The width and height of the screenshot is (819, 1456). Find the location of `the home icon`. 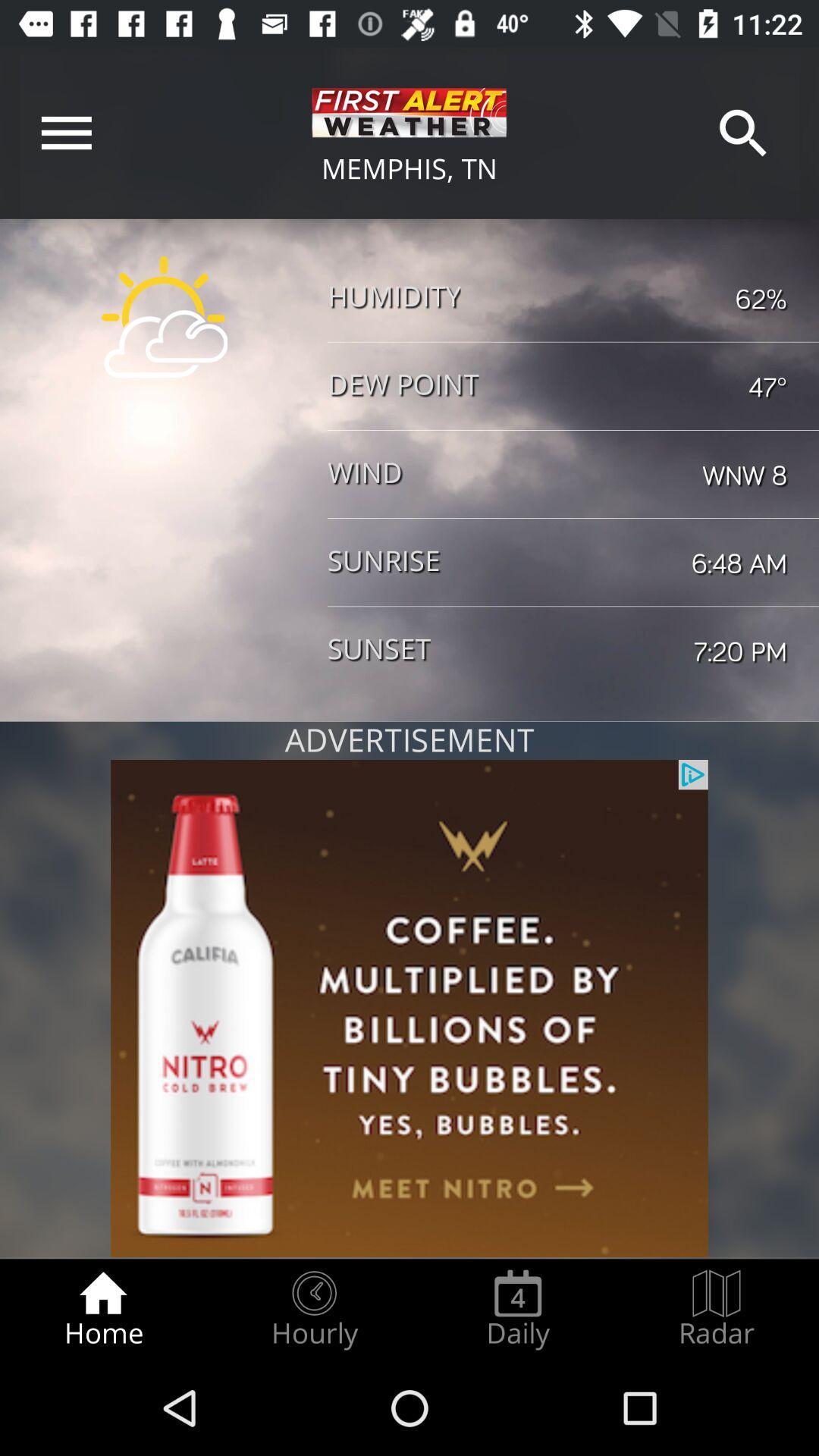

the home icon is located at coordinates (102, 1309).